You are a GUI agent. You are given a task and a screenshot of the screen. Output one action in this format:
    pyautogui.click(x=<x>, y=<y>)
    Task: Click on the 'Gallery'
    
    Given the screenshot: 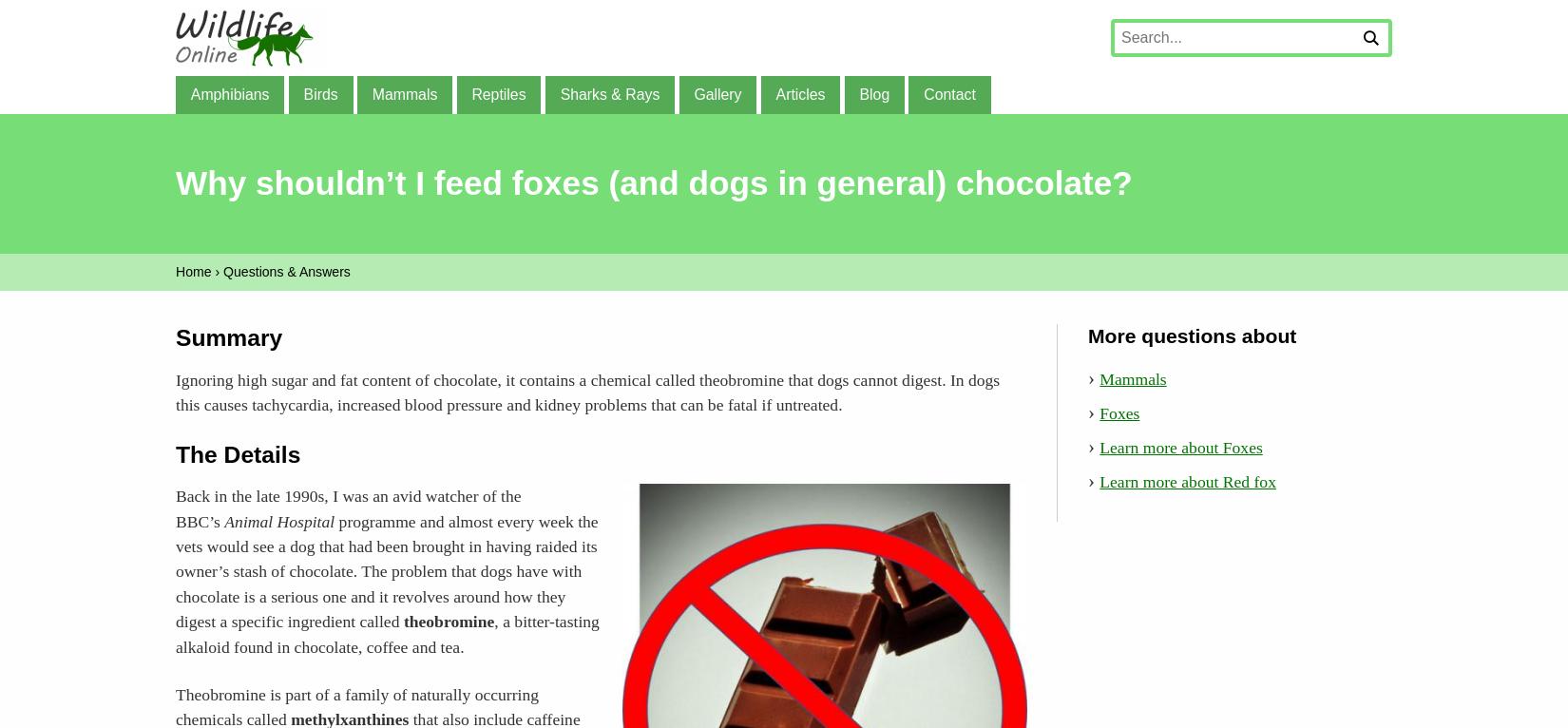 What is the action you would take?
    pyautogui.click(x=717, y=92)
    